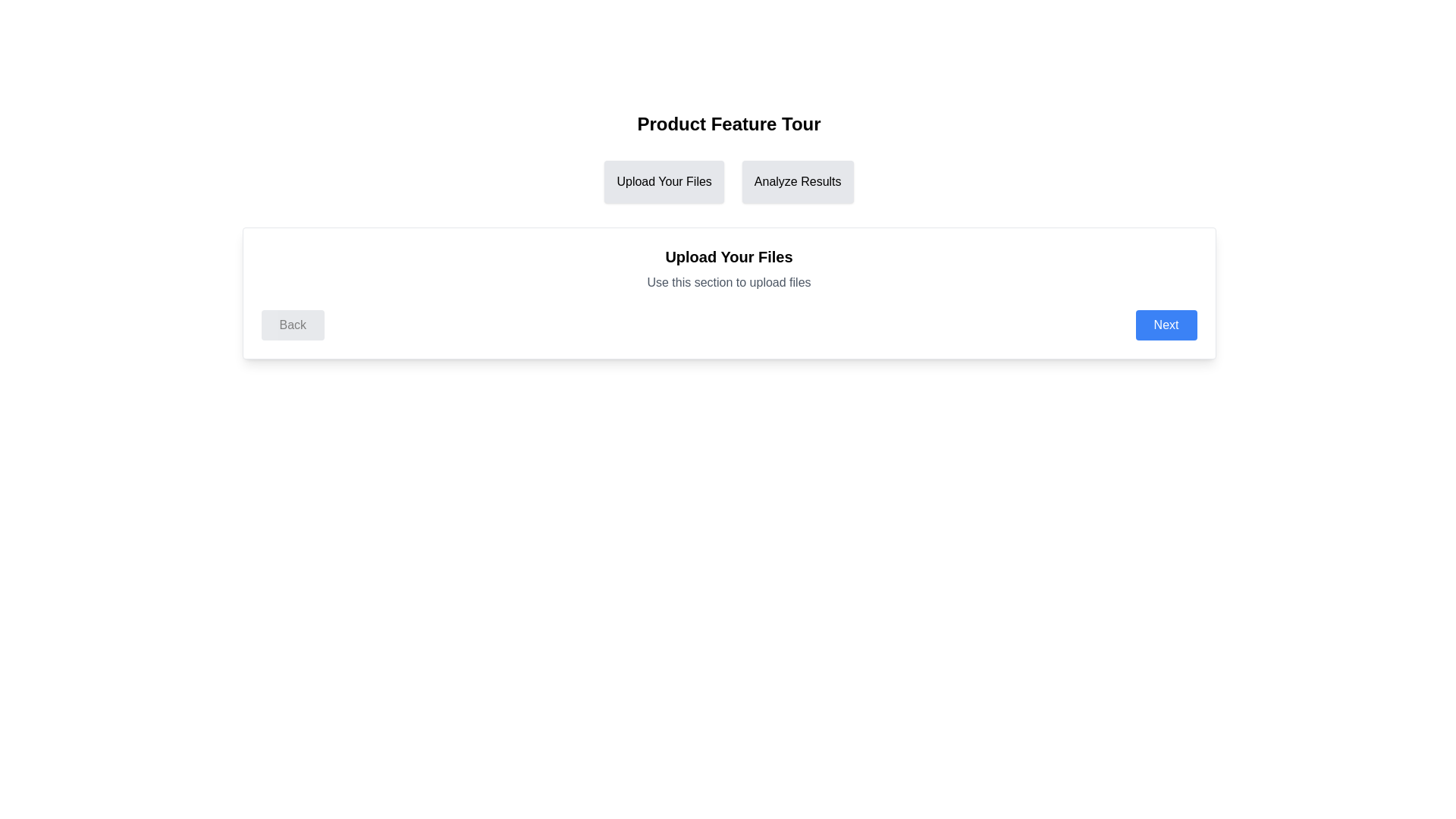 Image resolution: width=1456 pixels, height=819 pixels. Describe the element at coordinates (293, 324) in the screenshot. I see `the backward navigation button located at the bottom-left region of the main content area` at that location.